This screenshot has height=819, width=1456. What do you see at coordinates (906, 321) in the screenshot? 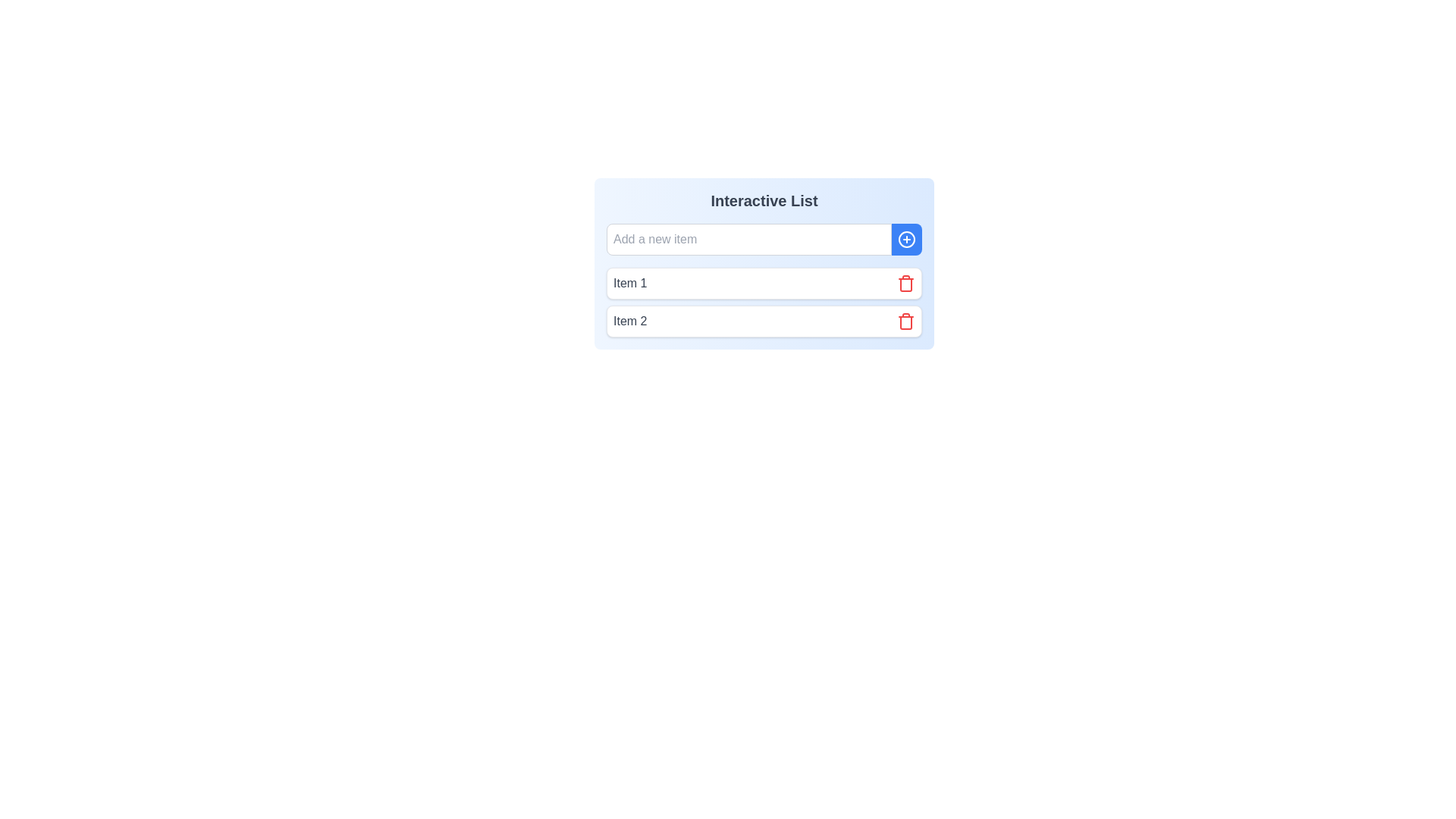
I see `delete button for the item labeled 'Item 2'` at bounding box center [906, 321].